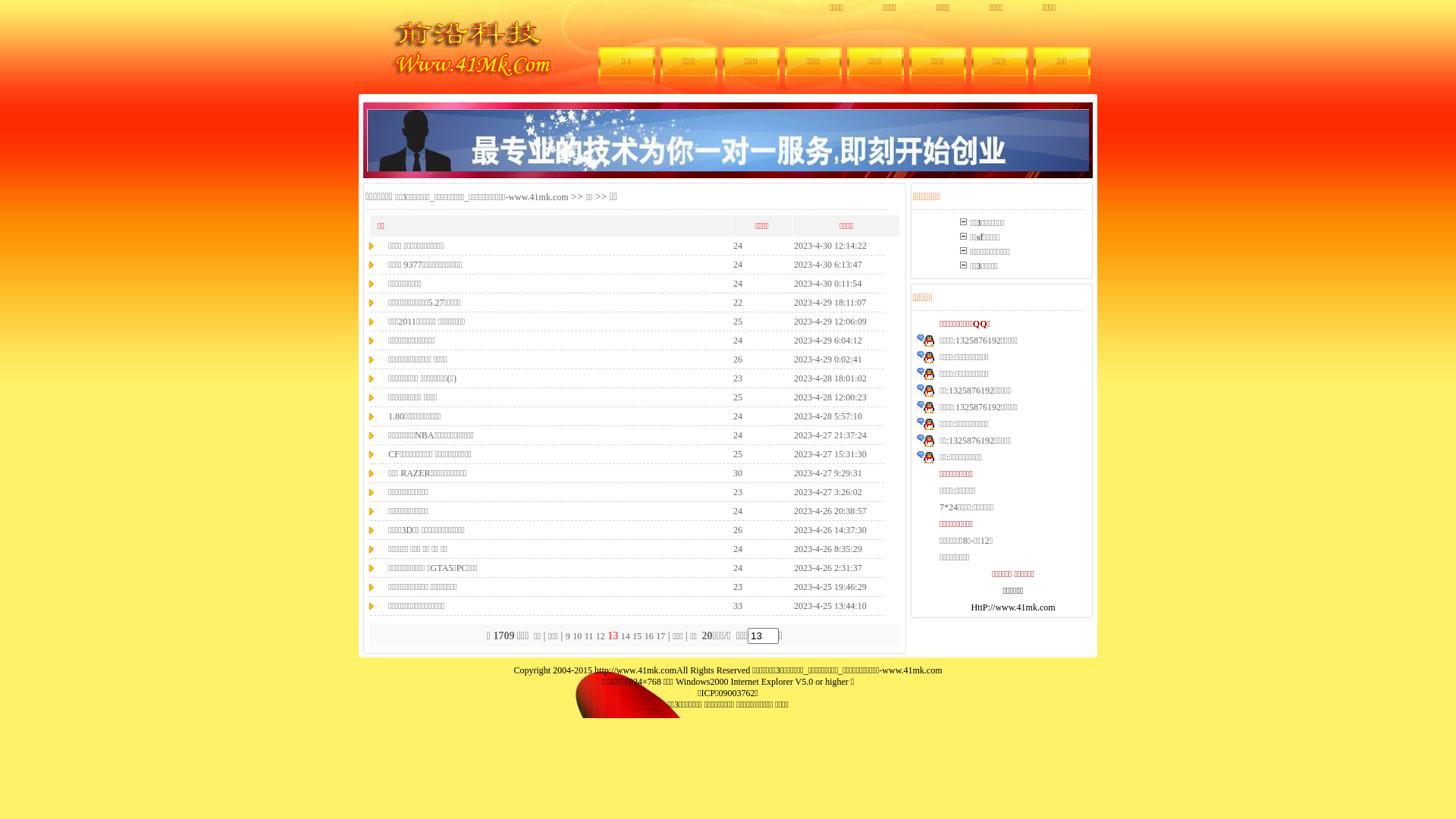 Image resolution: width=1456 pixels, height=819 pixels. Describe the element at coordinates (738, 604) in the screenshot. I see `'33'` at that location.